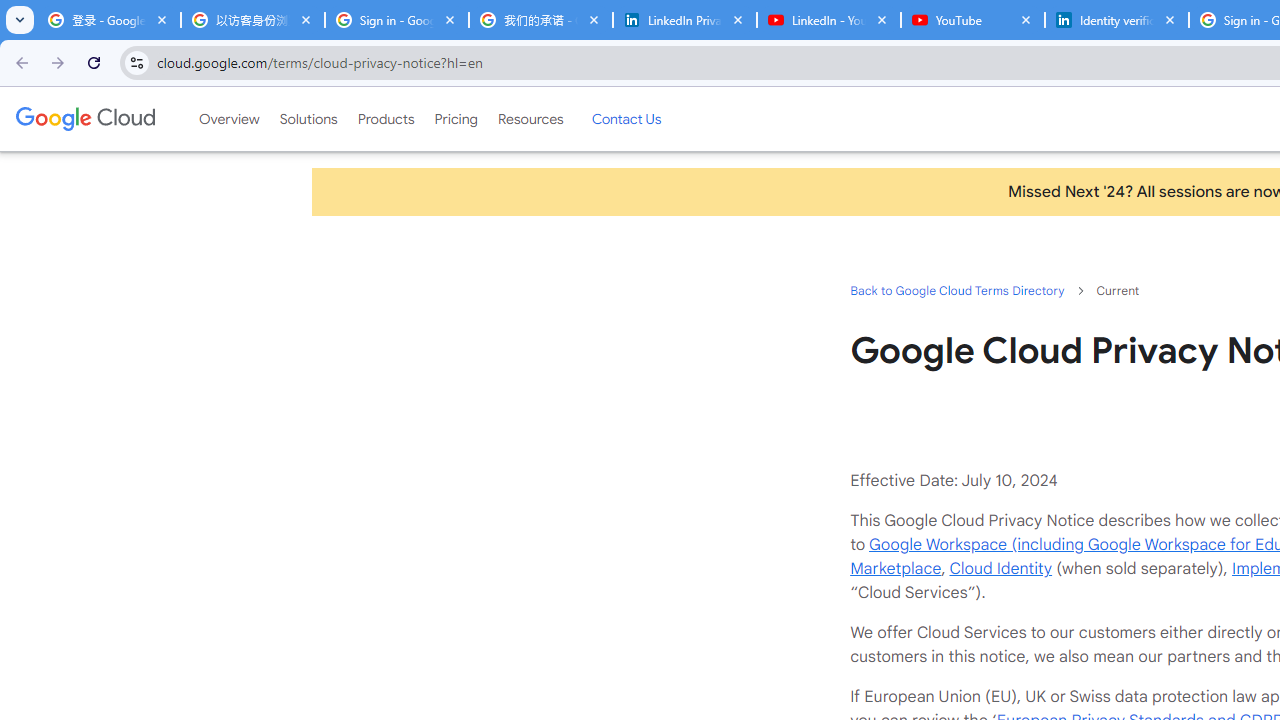 The width and height of the screenshot is (1280, 720). Describe the element at coordinates (956, 290) in the screenshot. I see `'Back to Google Cloud Terms Directory'` at that location.